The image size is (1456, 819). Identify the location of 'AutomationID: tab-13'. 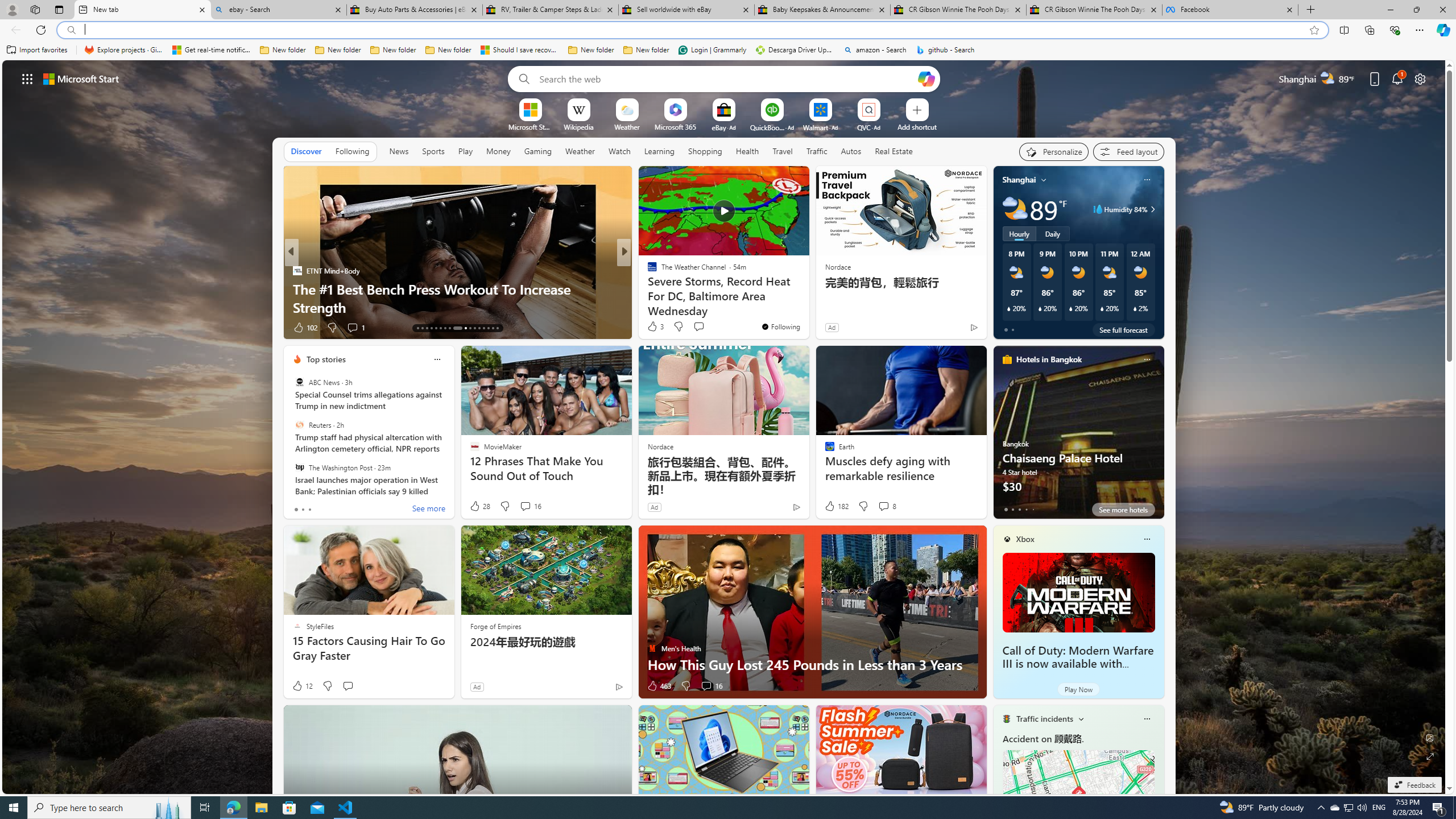
(417, 328).